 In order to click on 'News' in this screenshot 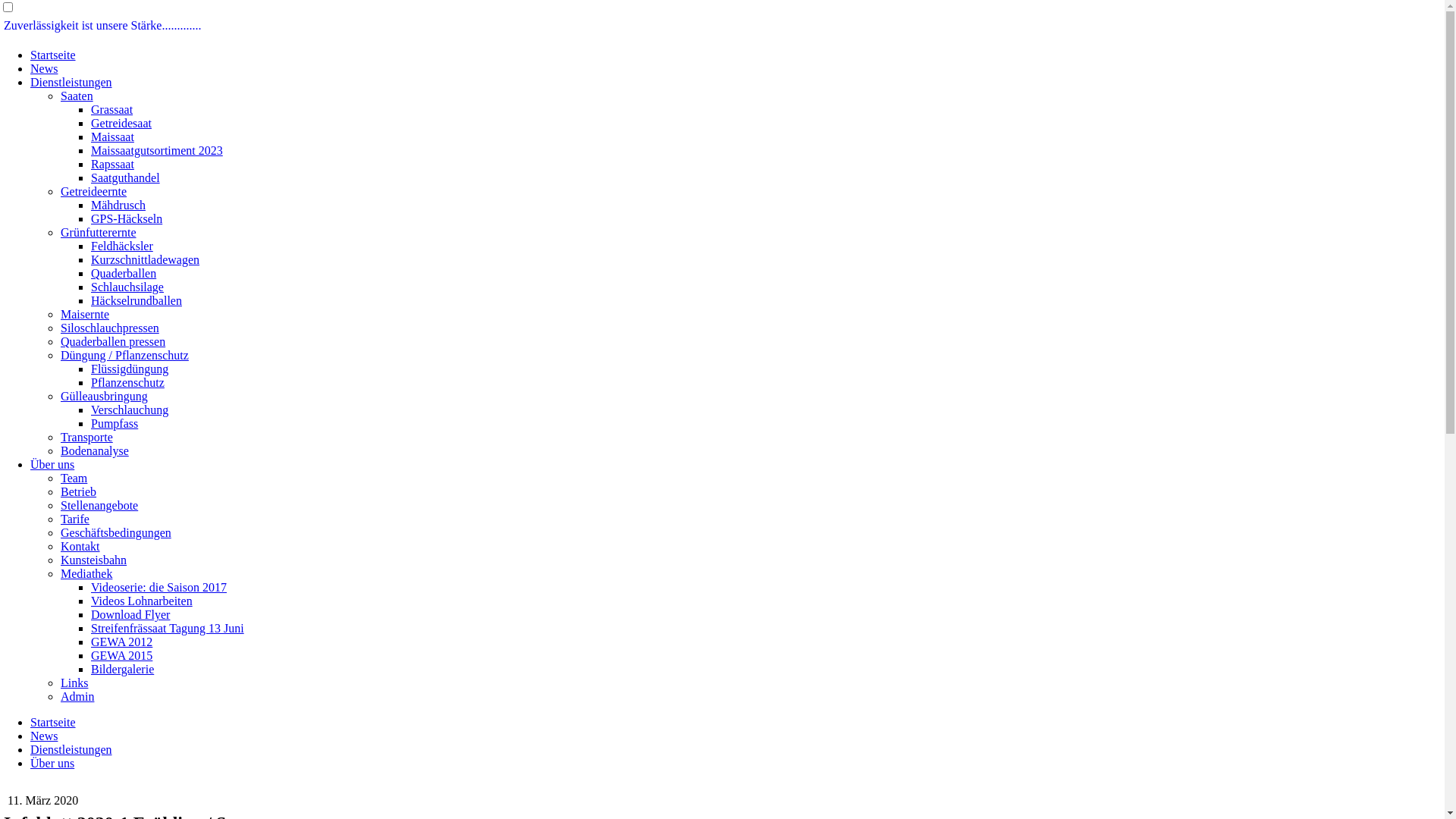, I will do `click(43, 735)`.